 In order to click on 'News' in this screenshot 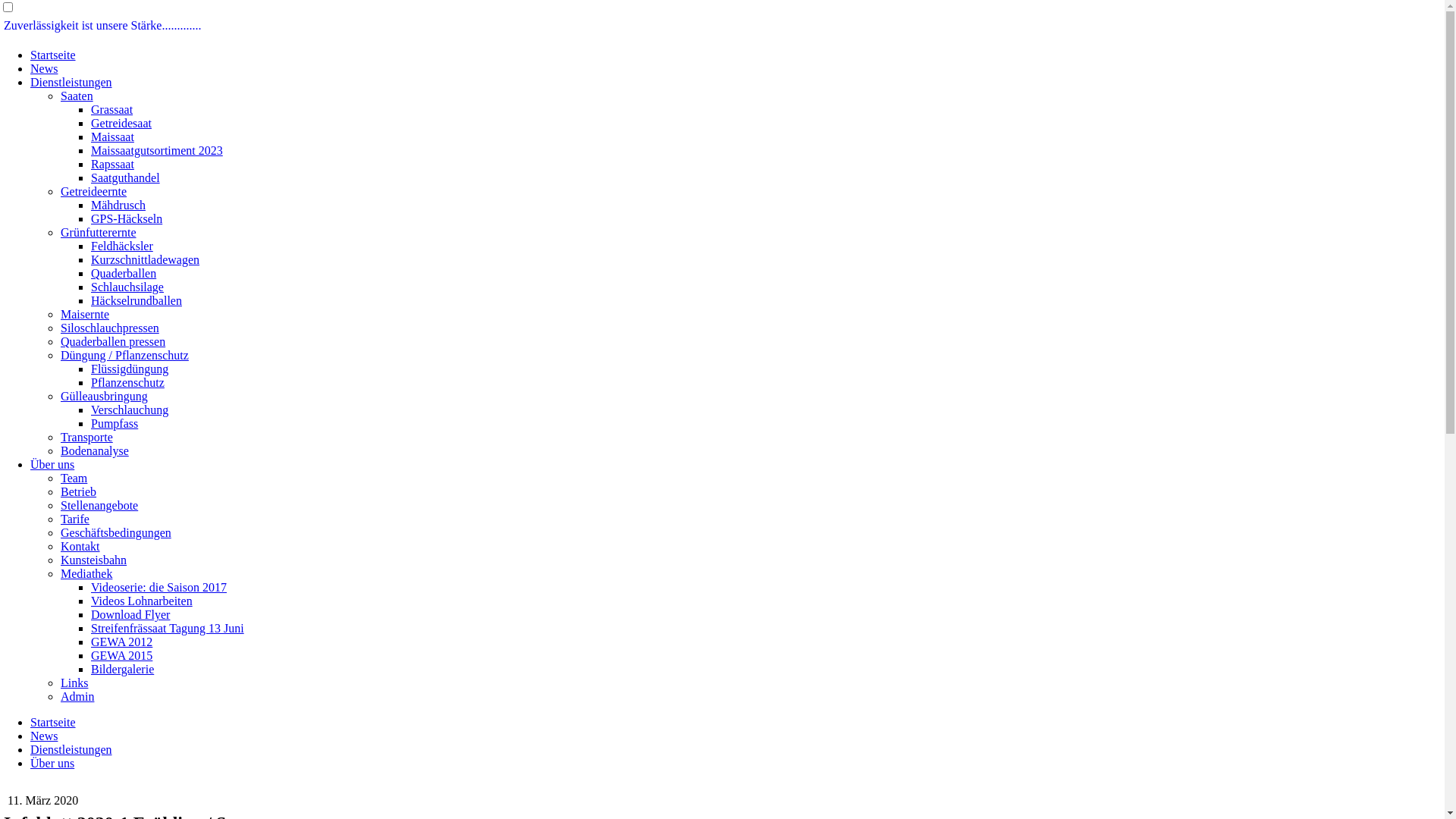, I will do `click(43, 735)`.